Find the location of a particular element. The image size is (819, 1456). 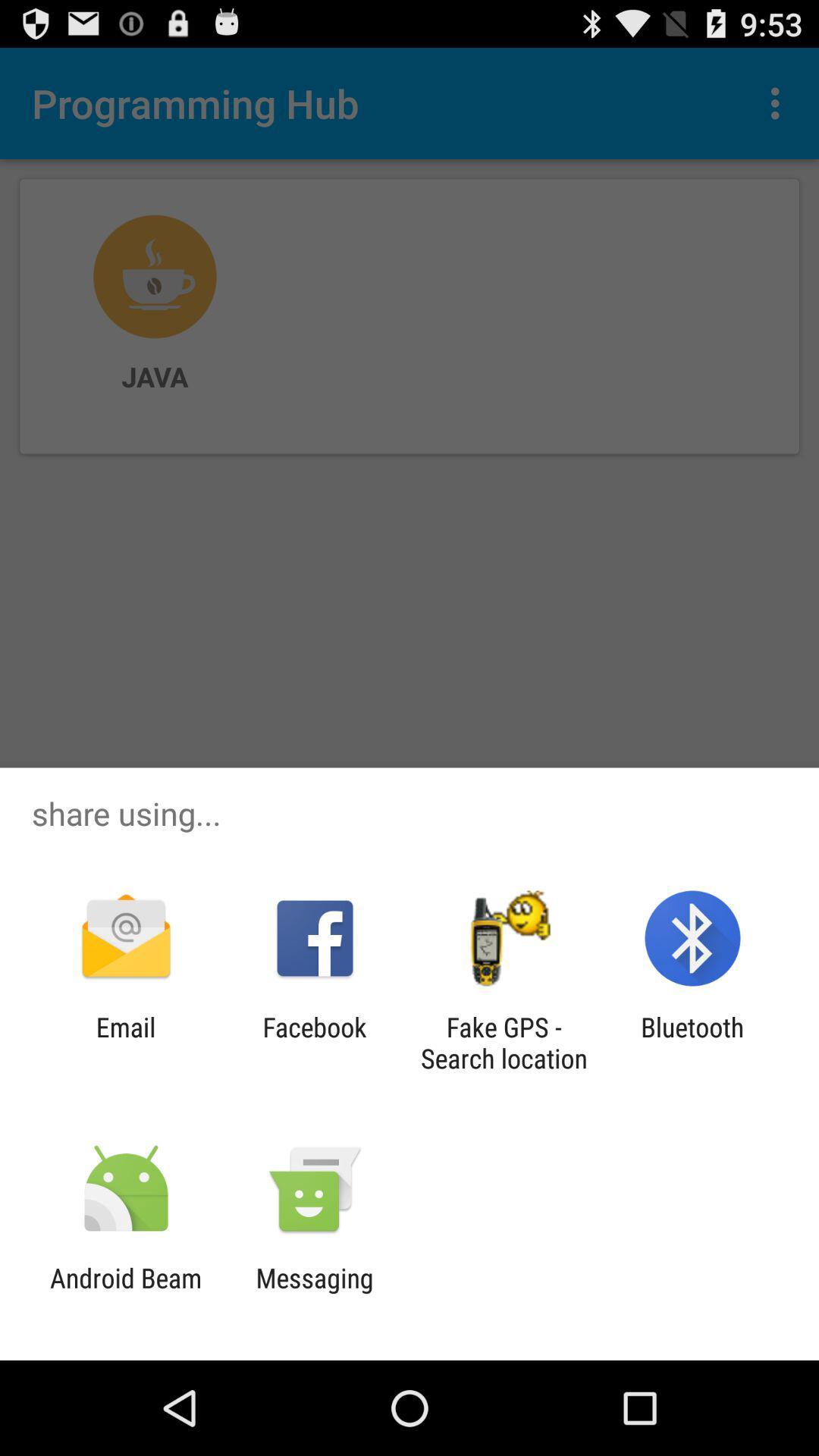

the icon to the right of fake gps search item is located at coordinates (692, 1042).